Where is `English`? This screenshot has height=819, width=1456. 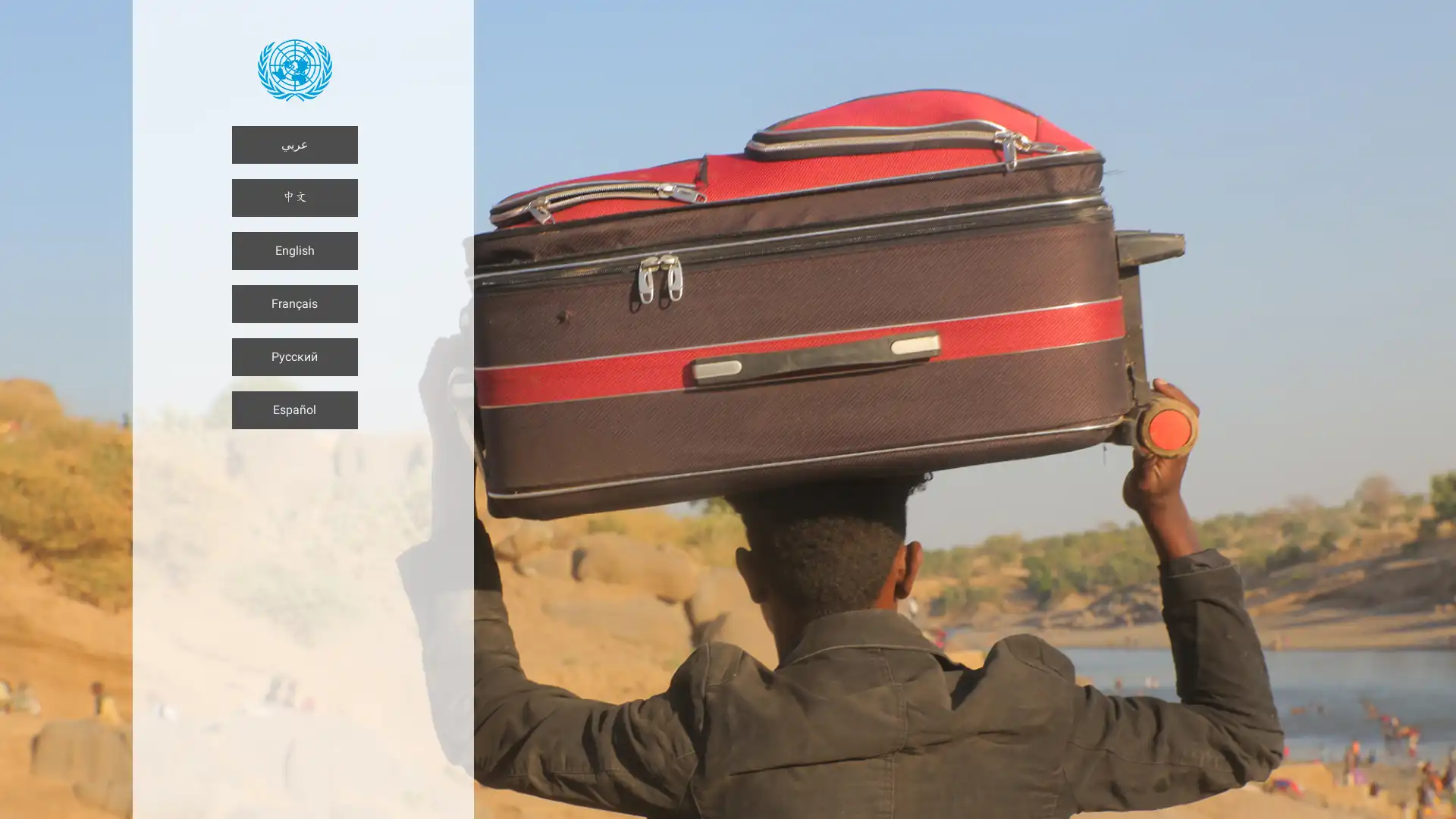 English is located at coordinates (294, 250).